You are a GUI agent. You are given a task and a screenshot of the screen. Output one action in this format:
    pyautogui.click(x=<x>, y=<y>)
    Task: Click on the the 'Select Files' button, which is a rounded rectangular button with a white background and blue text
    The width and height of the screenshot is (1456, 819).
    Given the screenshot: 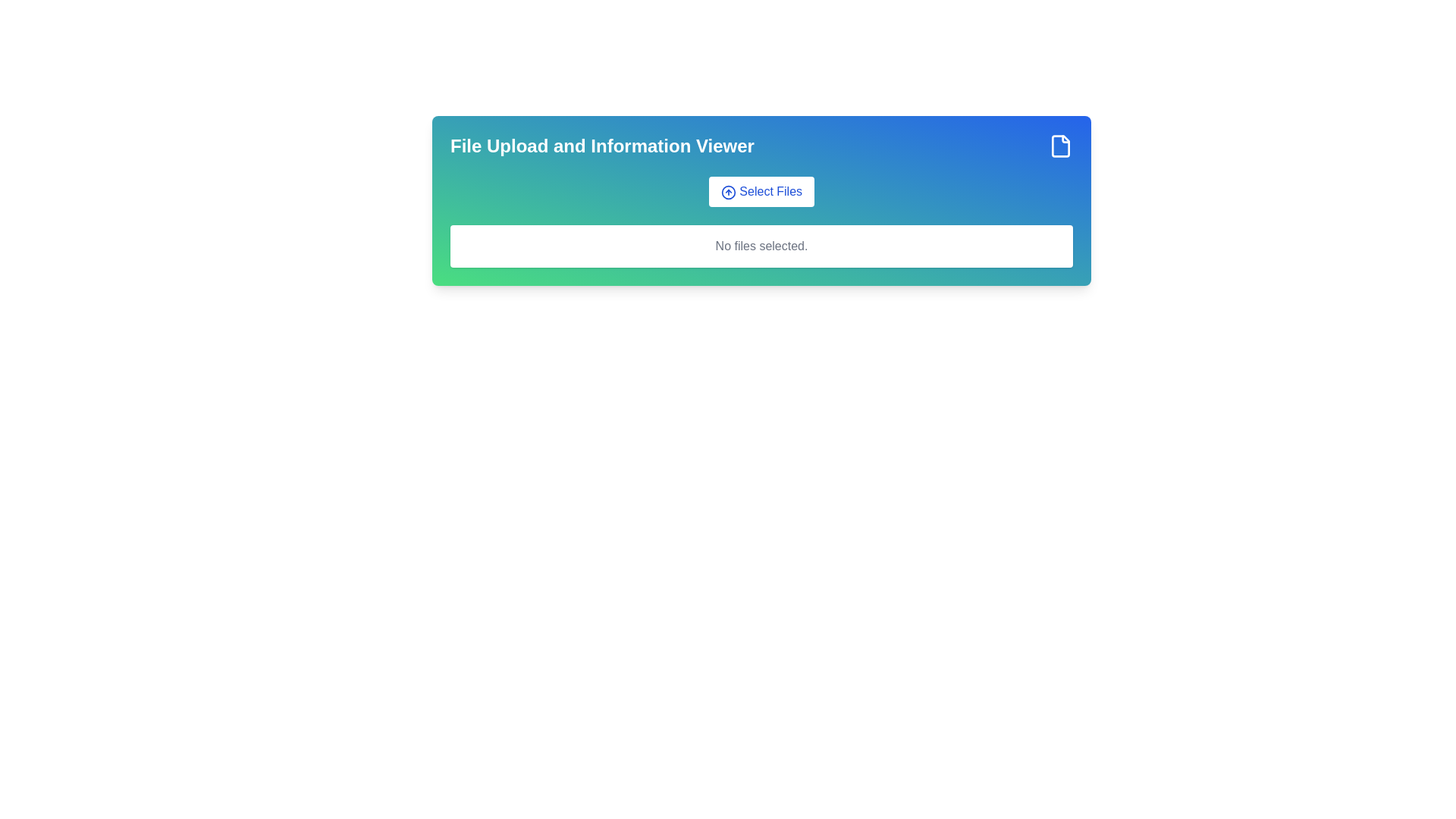 What is the action you would take?
    pyautogui.click(x=761, y=191)
    